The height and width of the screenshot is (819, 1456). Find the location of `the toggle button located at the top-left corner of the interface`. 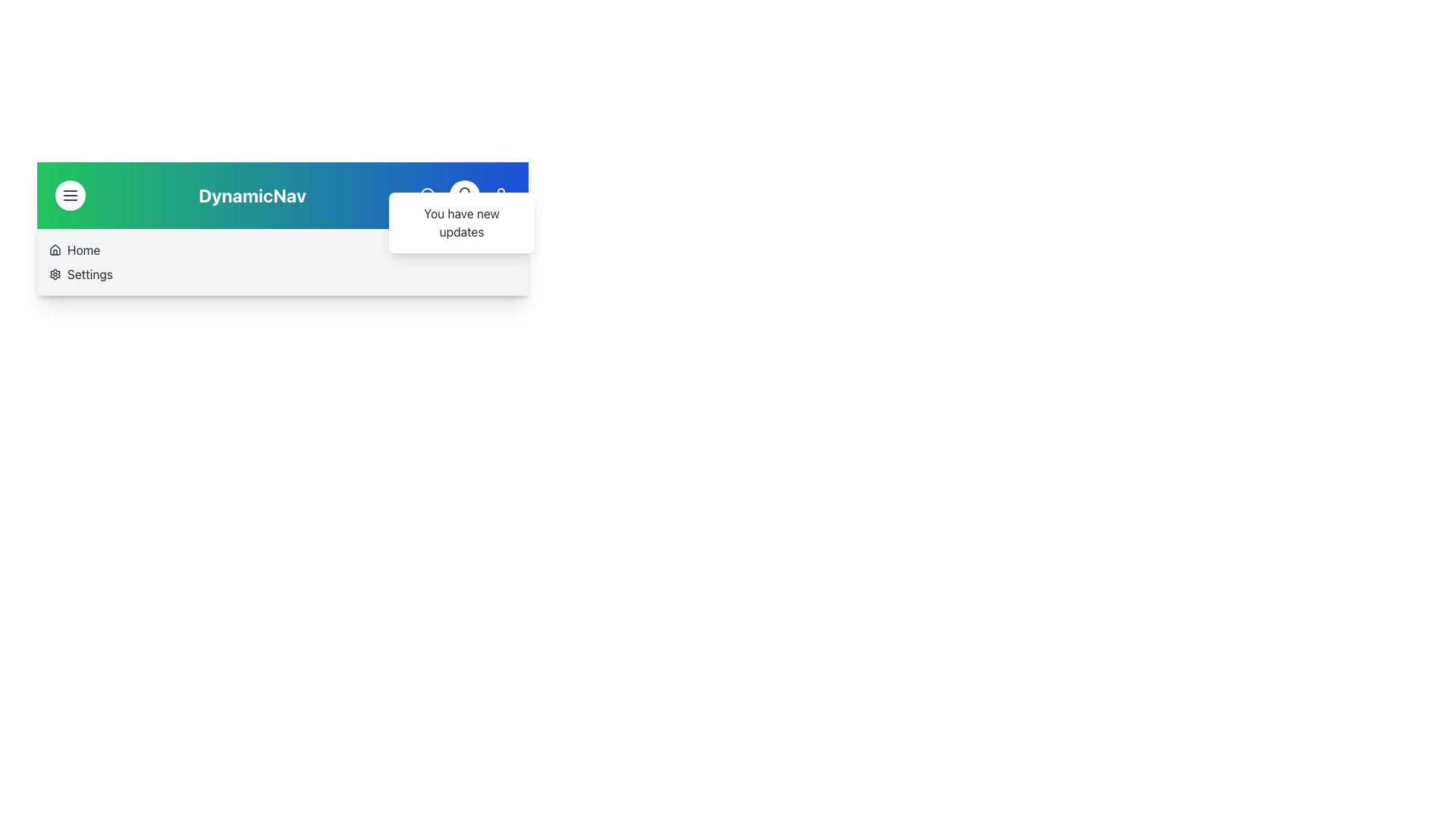

the toggle button located at the top-left corner of the interface is located at coordinates (69, 195).